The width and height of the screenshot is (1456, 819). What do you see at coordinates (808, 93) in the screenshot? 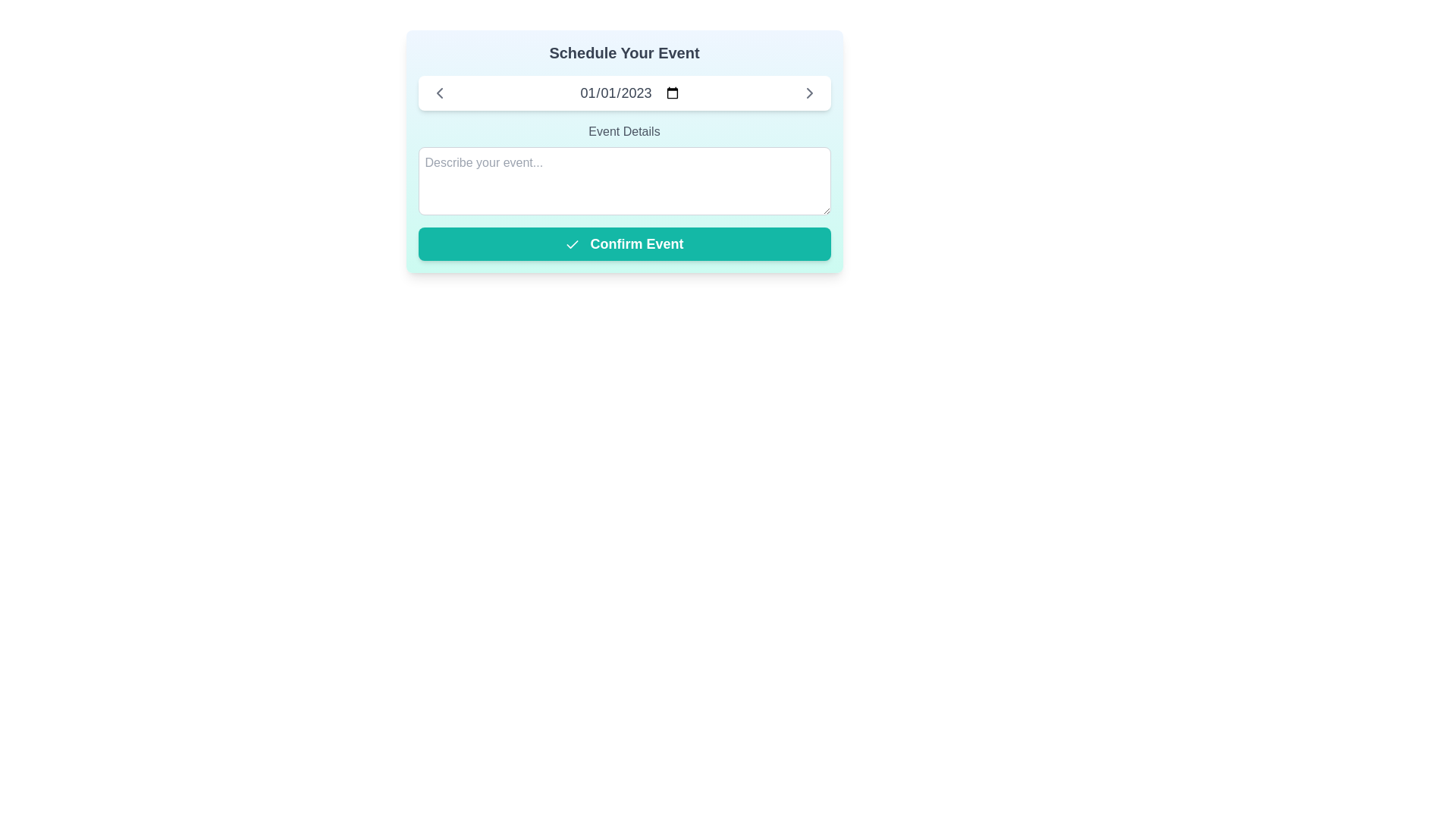
I see `the navigation icon located at the rightmost side of the horizontally arranged block` at bounding box center [808, 93].